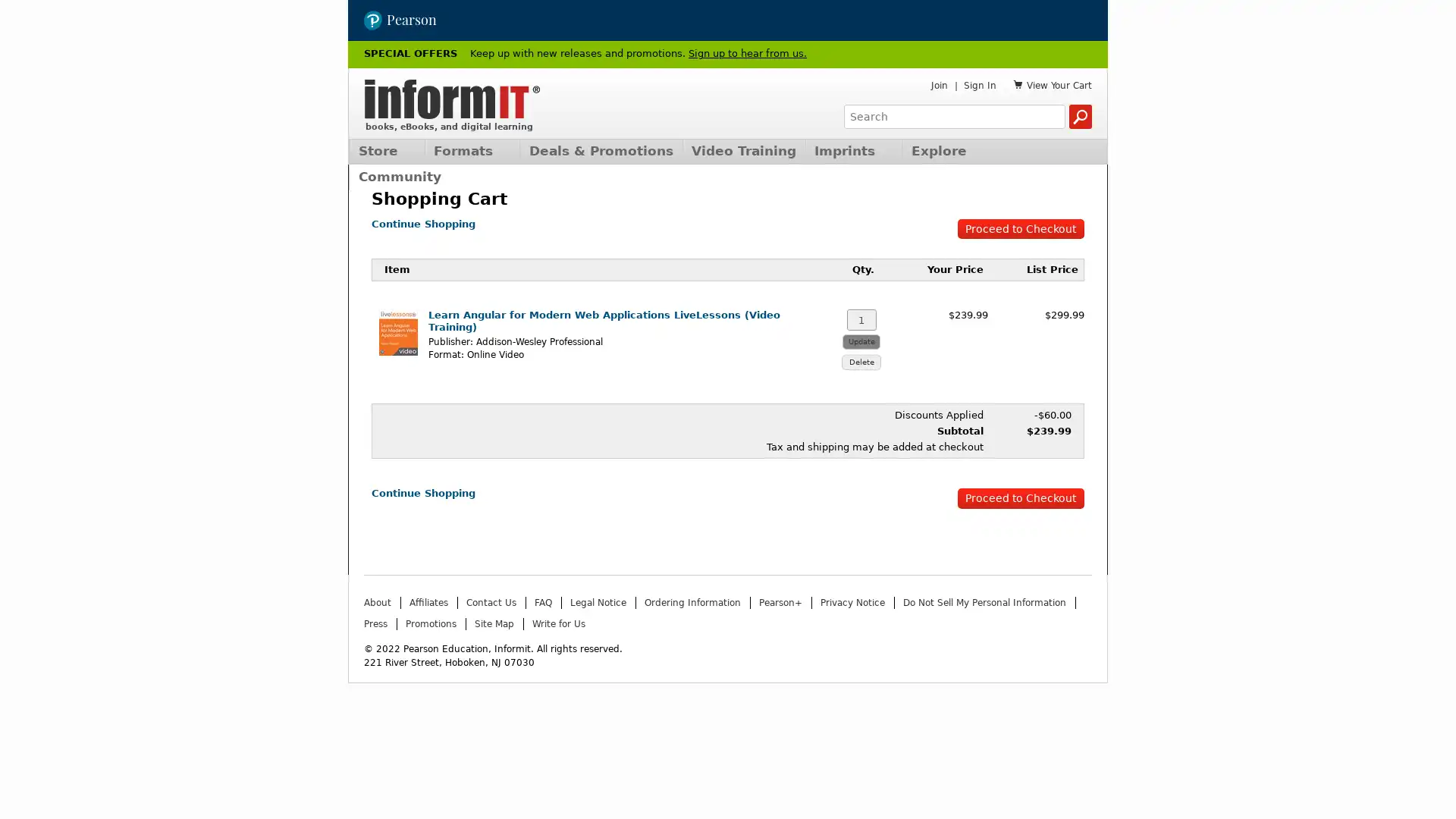  What do you see at coordinates (1020, 227) in the screenshot?
I see `Proceed to Checkout` at bounding box center [1020, 227].